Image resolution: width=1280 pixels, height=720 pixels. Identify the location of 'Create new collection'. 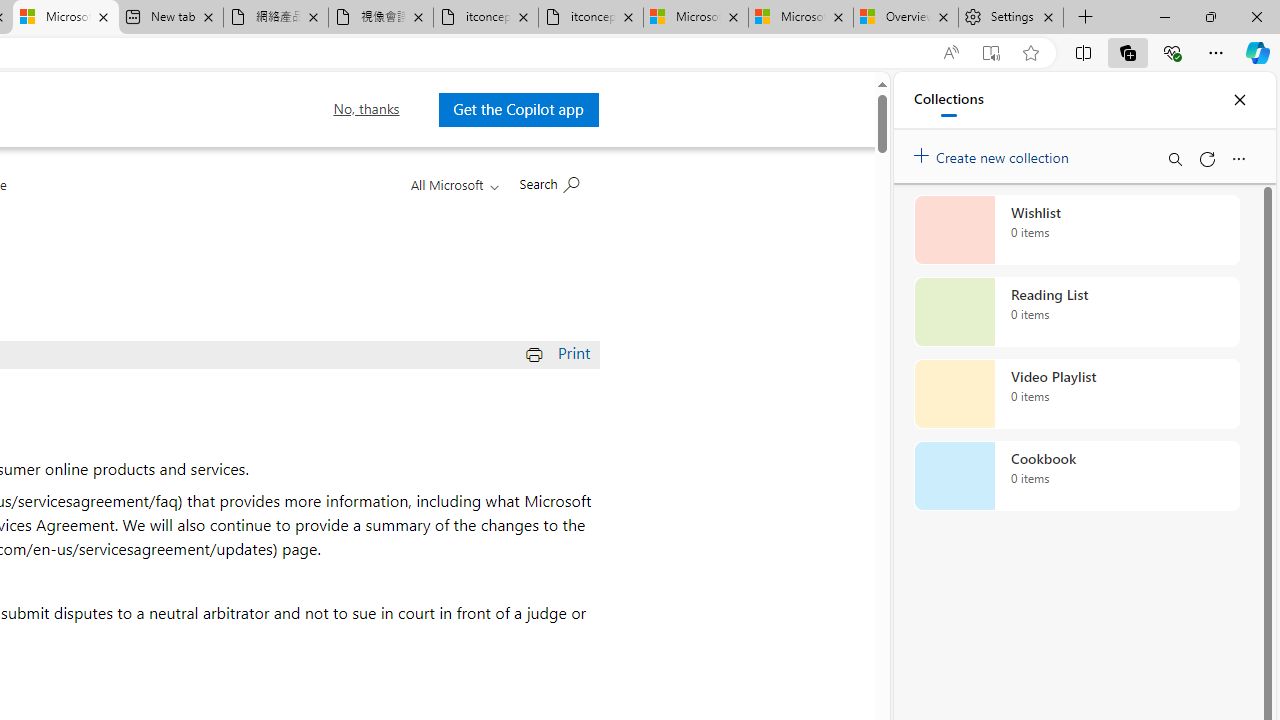
(995, 152).